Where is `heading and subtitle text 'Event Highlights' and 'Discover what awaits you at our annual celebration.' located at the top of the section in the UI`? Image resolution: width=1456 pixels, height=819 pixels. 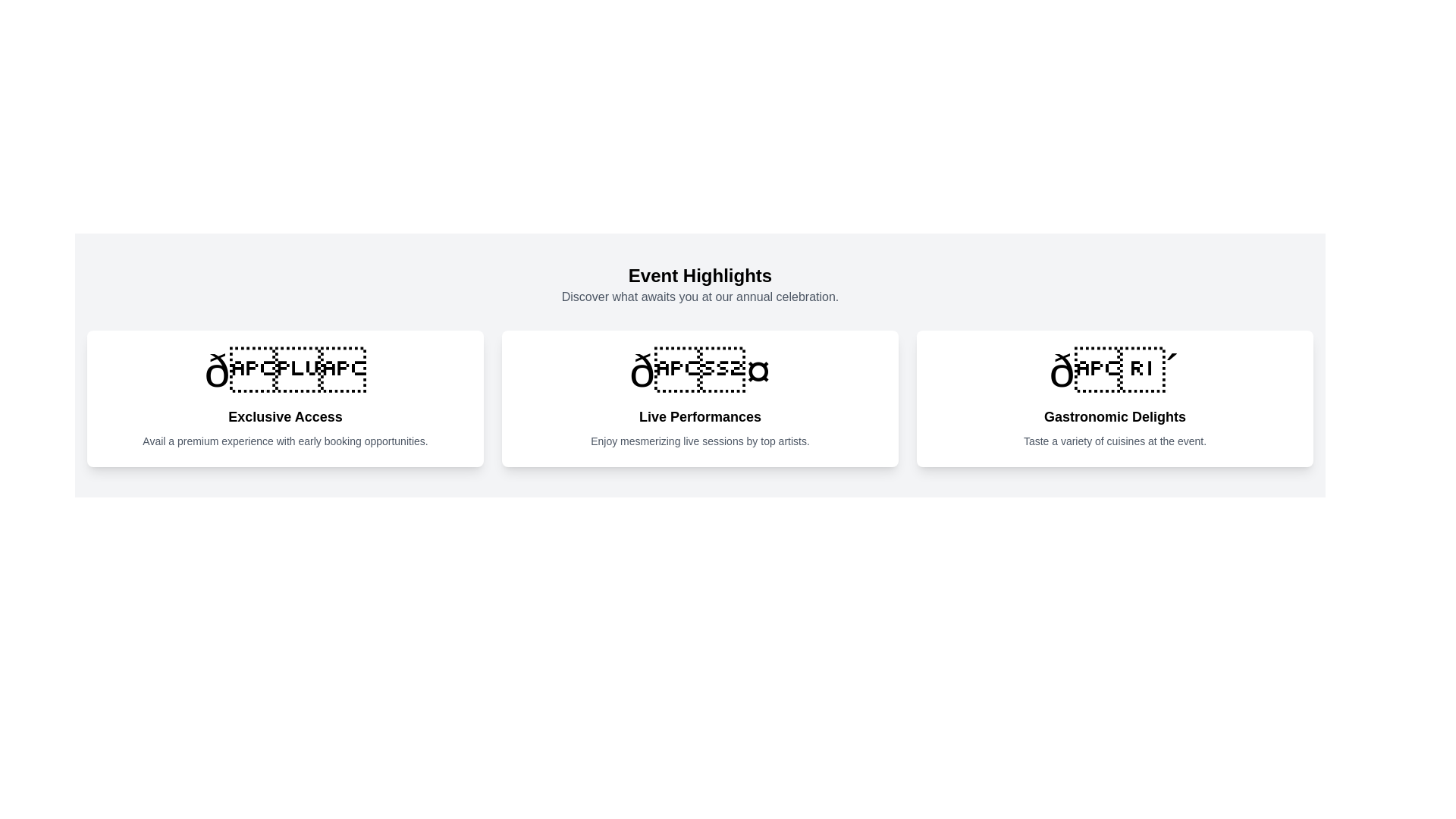 heading and subtitle text 'Event Highlights' and 'Discover what awaits you at our annual celebration.' located at the top of the section in the UI is located at coordinates (699, 284).